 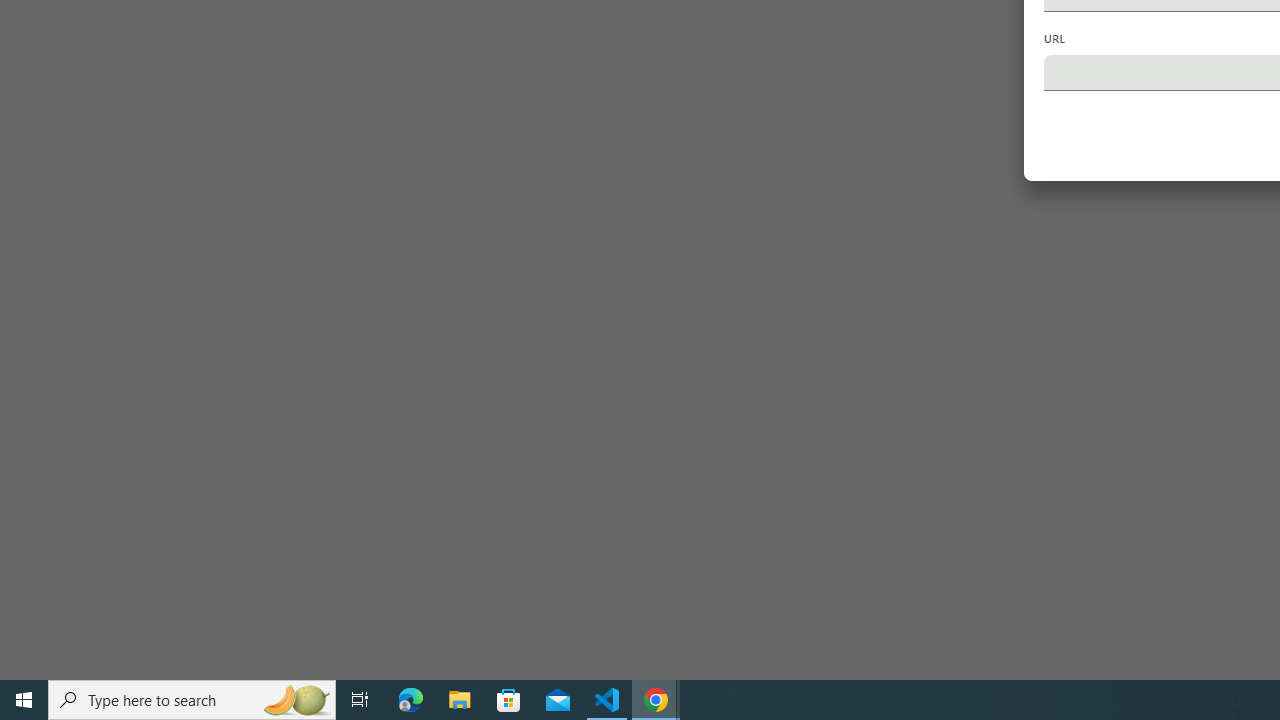 What do you see at coordinates (606, 698) in the screenshot?
I see `'Visual Studio Code - 1 running window'` at bounding box center [606, 698].